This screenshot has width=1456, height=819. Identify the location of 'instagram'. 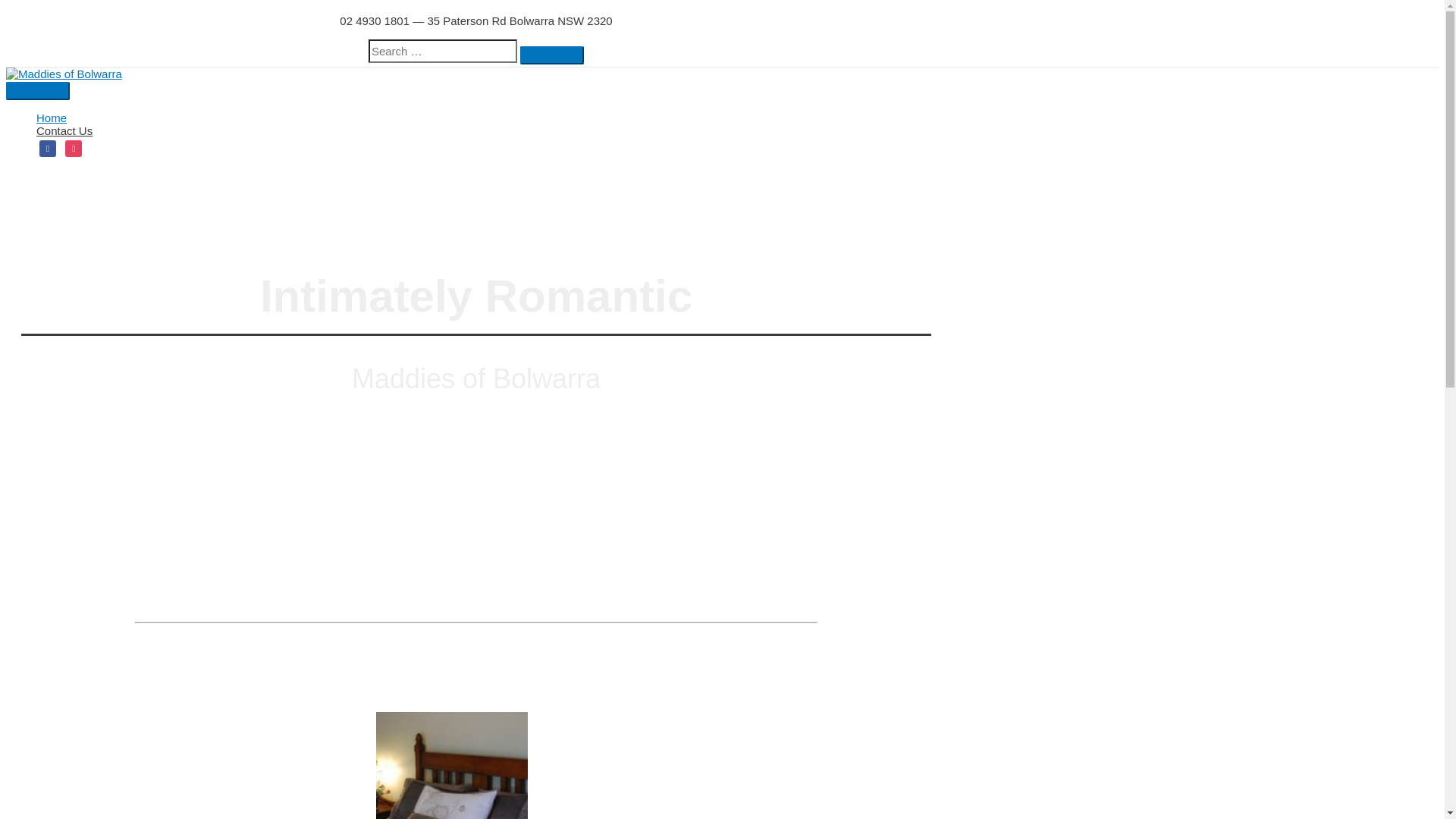
(72, 147).